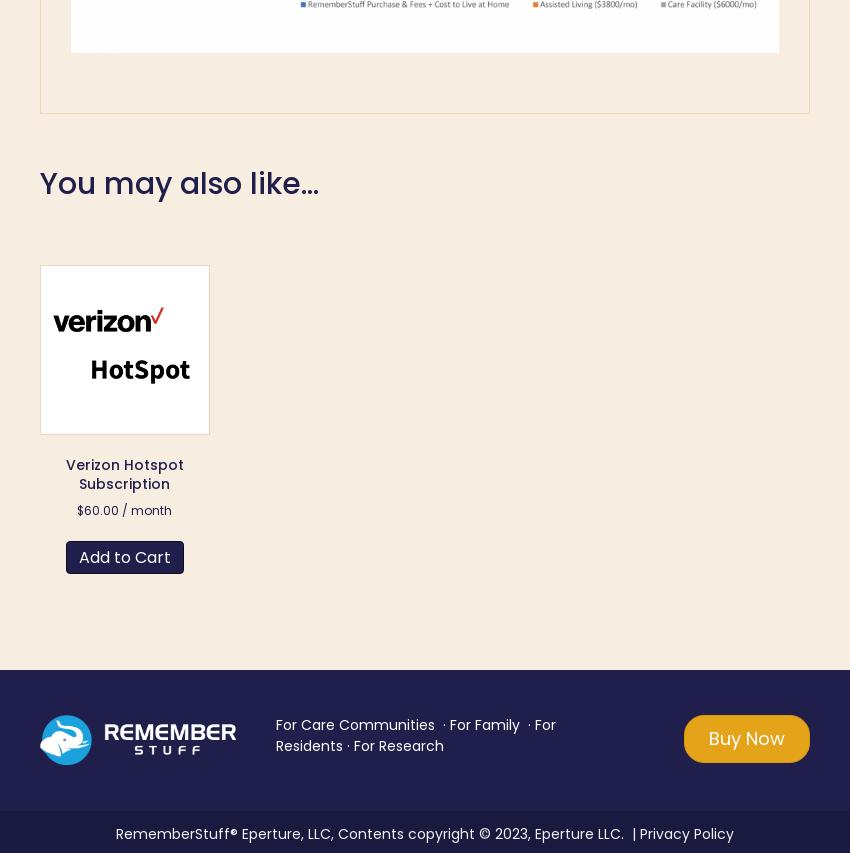 The image size is (850, 853). What do you see at coordinates (483, 723) in the screenshot?
I see `'For Family'` at bounding box center [483, 723].